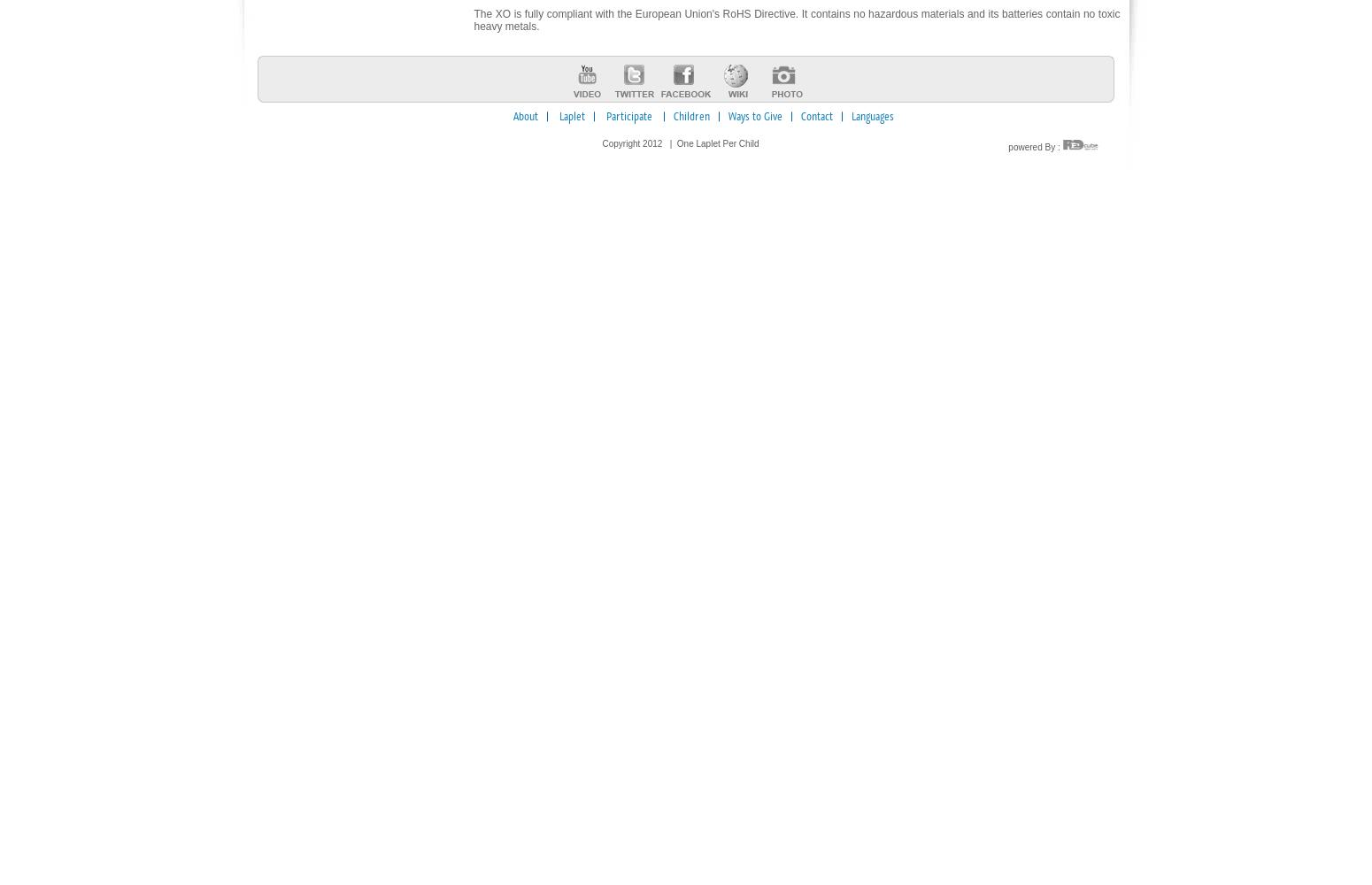  What do you see at coordinates (1006, 147) in the screenshot?
I see `'powered By :'` at bounding box center [1006, 147].